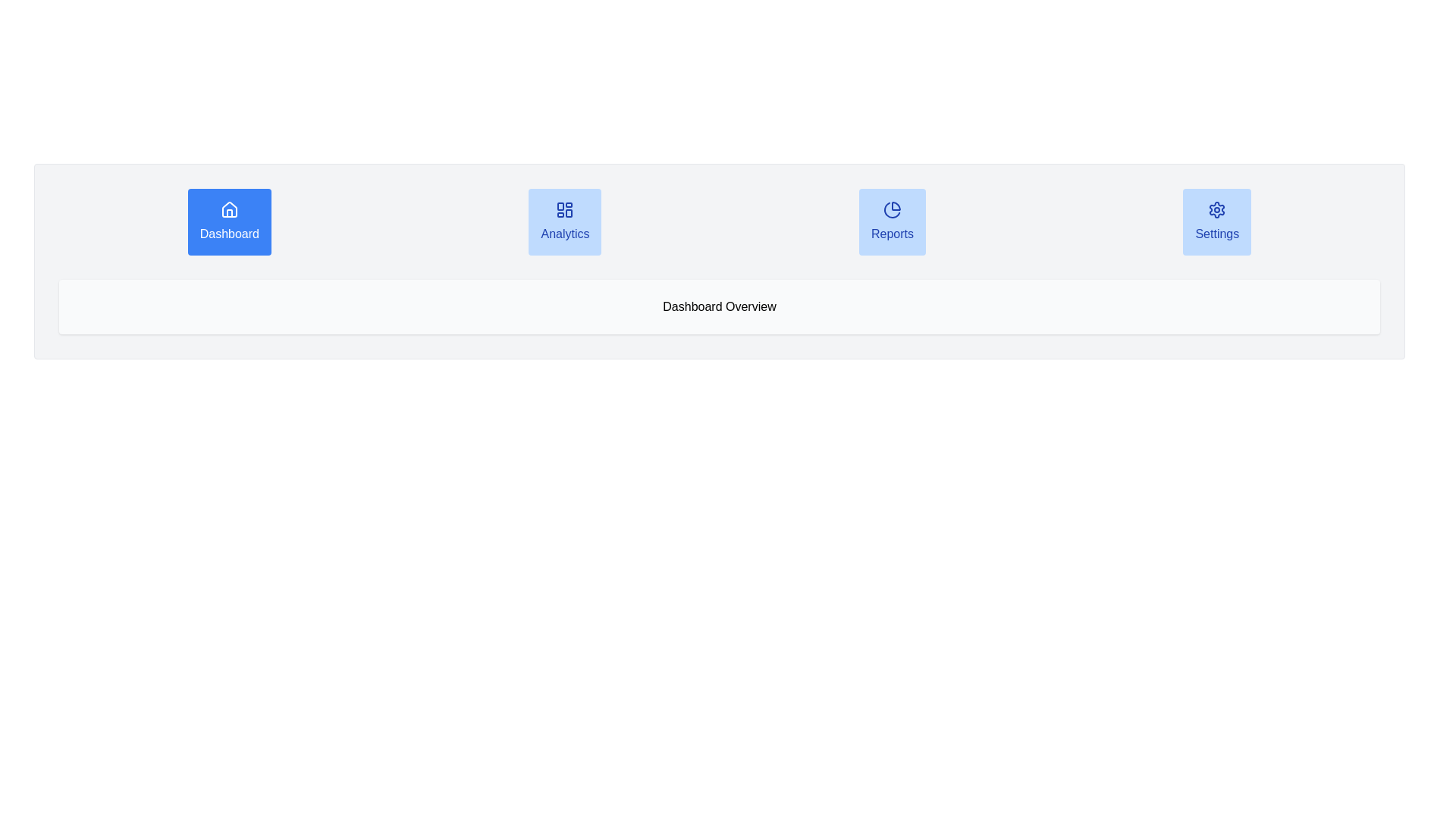  Describe the element at coordinates (228, 222) in the screenshot. I see `the first navigation button on the left side of the row` at that location.